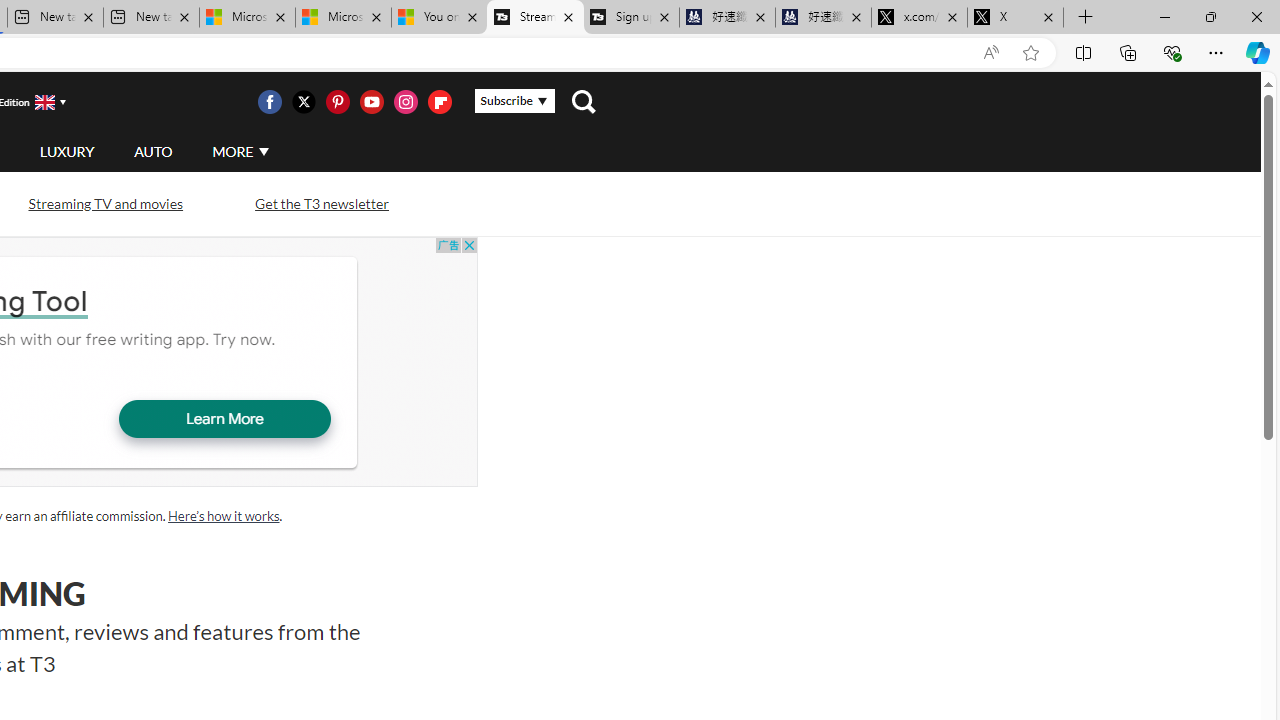  I want to click on 'Visit us on Twitter', so click(302, 101).